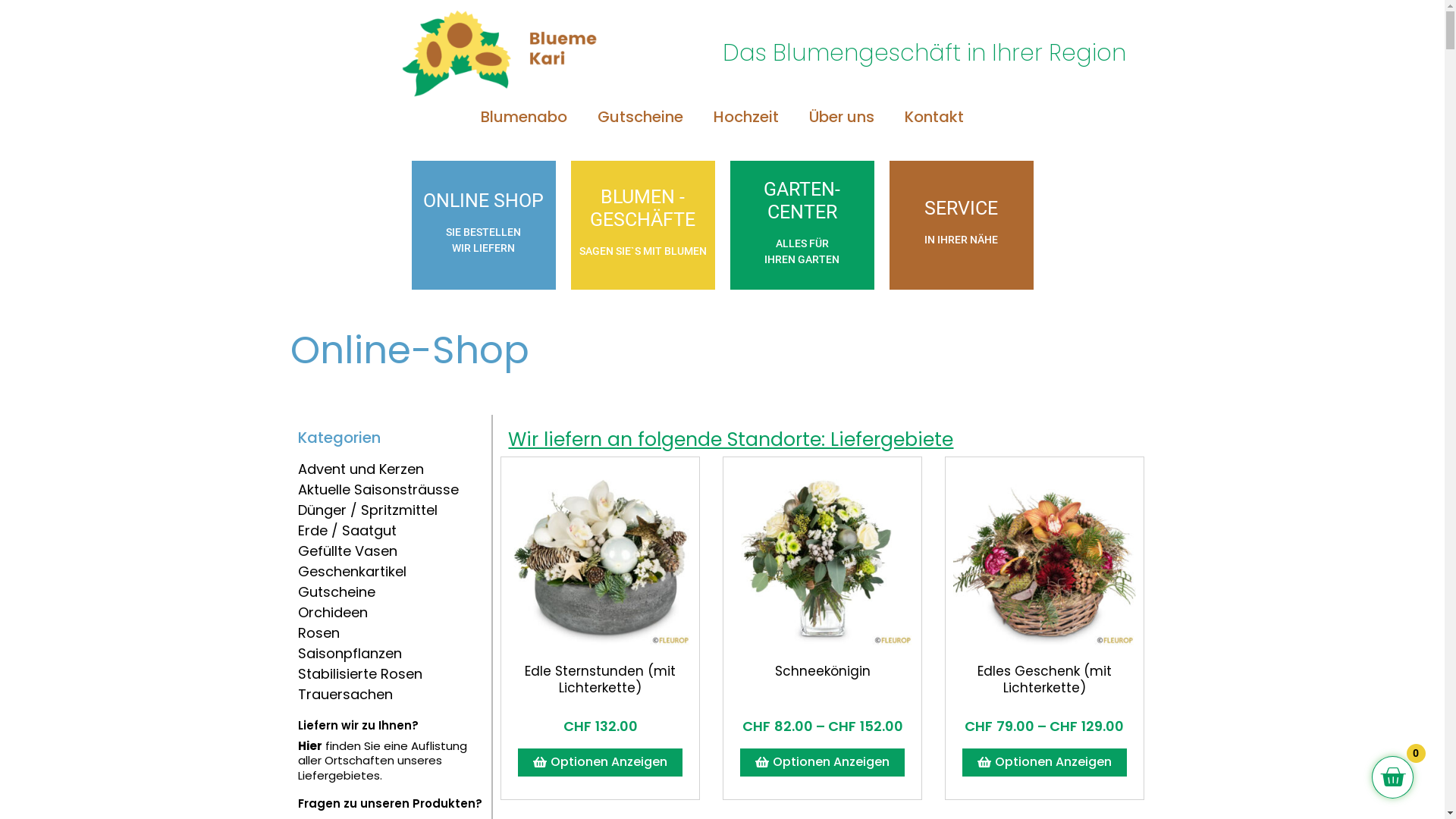 The width and height of the screenshot is (1456, 819). I want to click on 'Trauersachen', so click(297, 694).